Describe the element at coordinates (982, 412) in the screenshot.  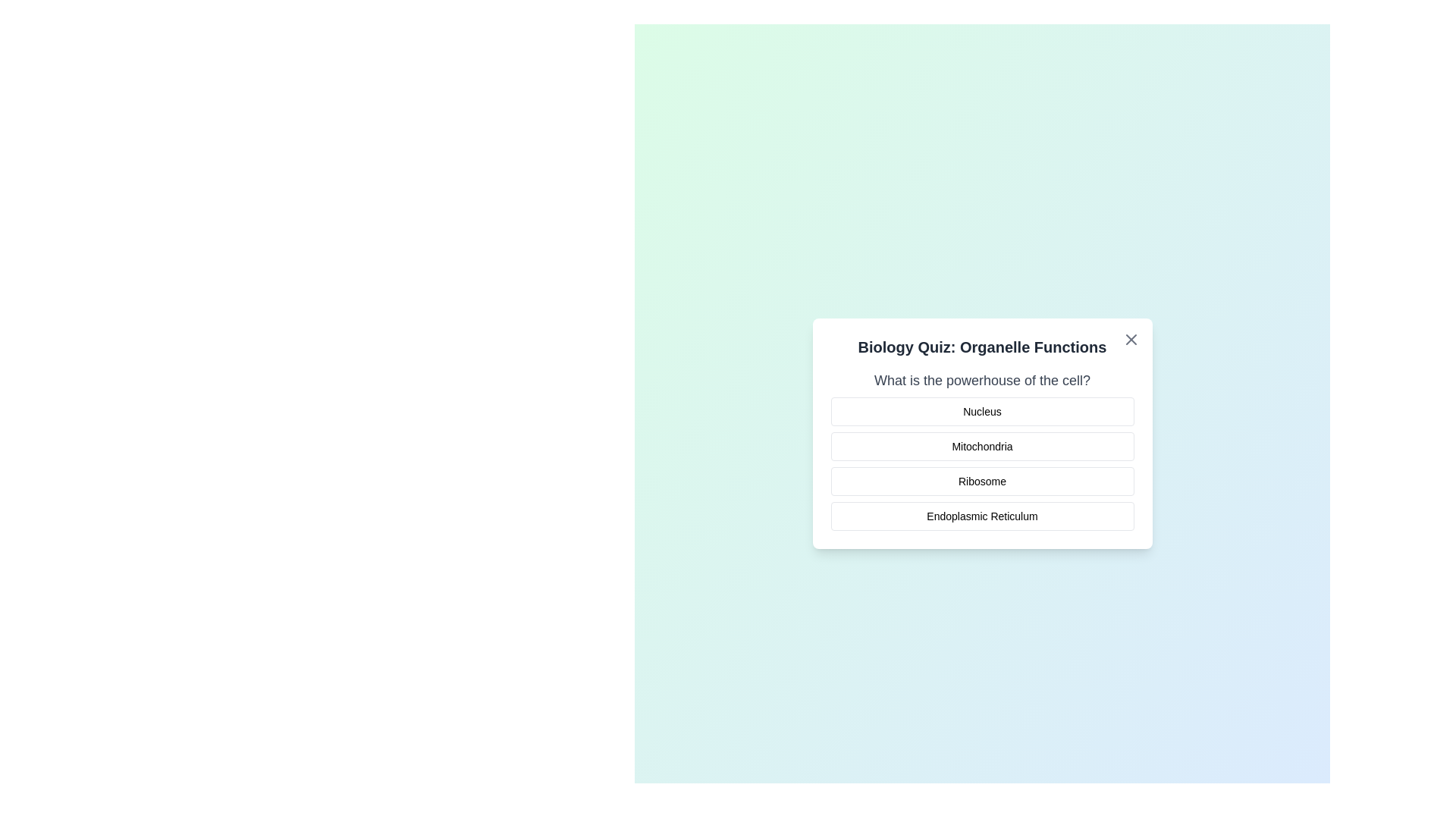
I see `the answer option Nucleus to select it` at that location.